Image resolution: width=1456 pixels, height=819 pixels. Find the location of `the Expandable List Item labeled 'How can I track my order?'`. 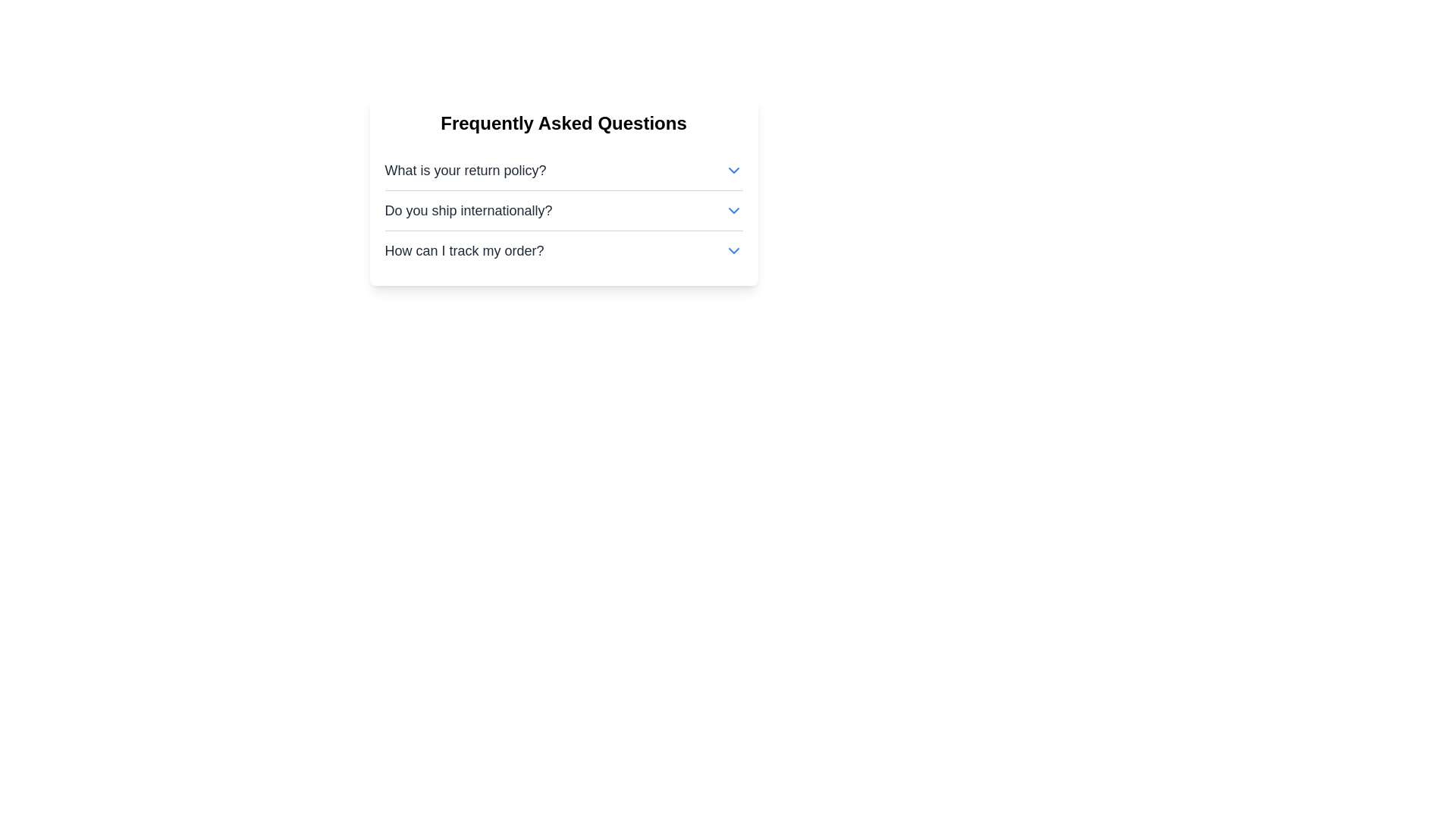

the Expandable List Item labeled 'How can I track my order?' is located at coordinates (563, 250).